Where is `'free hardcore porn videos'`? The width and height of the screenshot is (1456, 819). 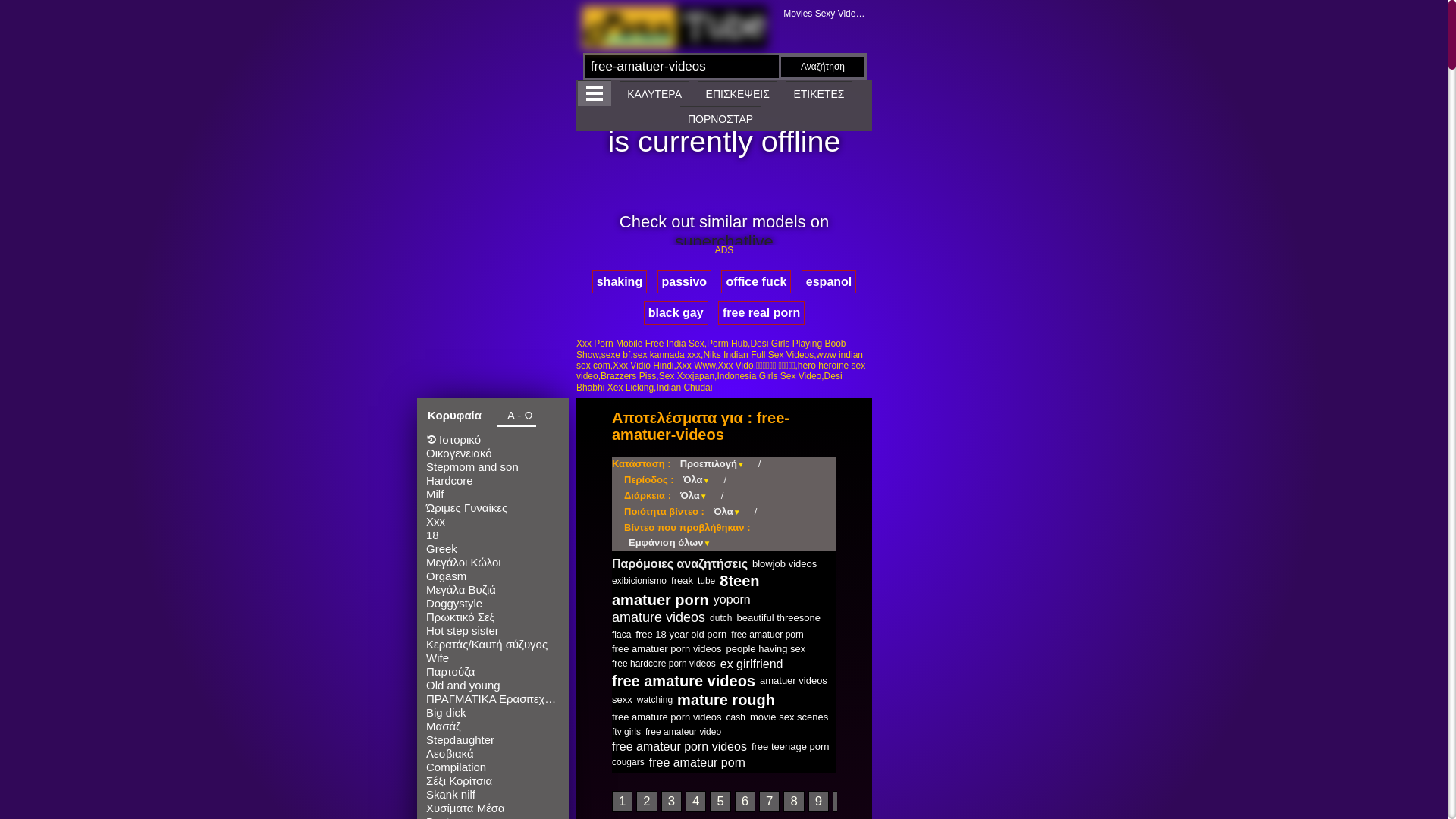
'free hardcore porn videos' is located at coordinates (664, 663).